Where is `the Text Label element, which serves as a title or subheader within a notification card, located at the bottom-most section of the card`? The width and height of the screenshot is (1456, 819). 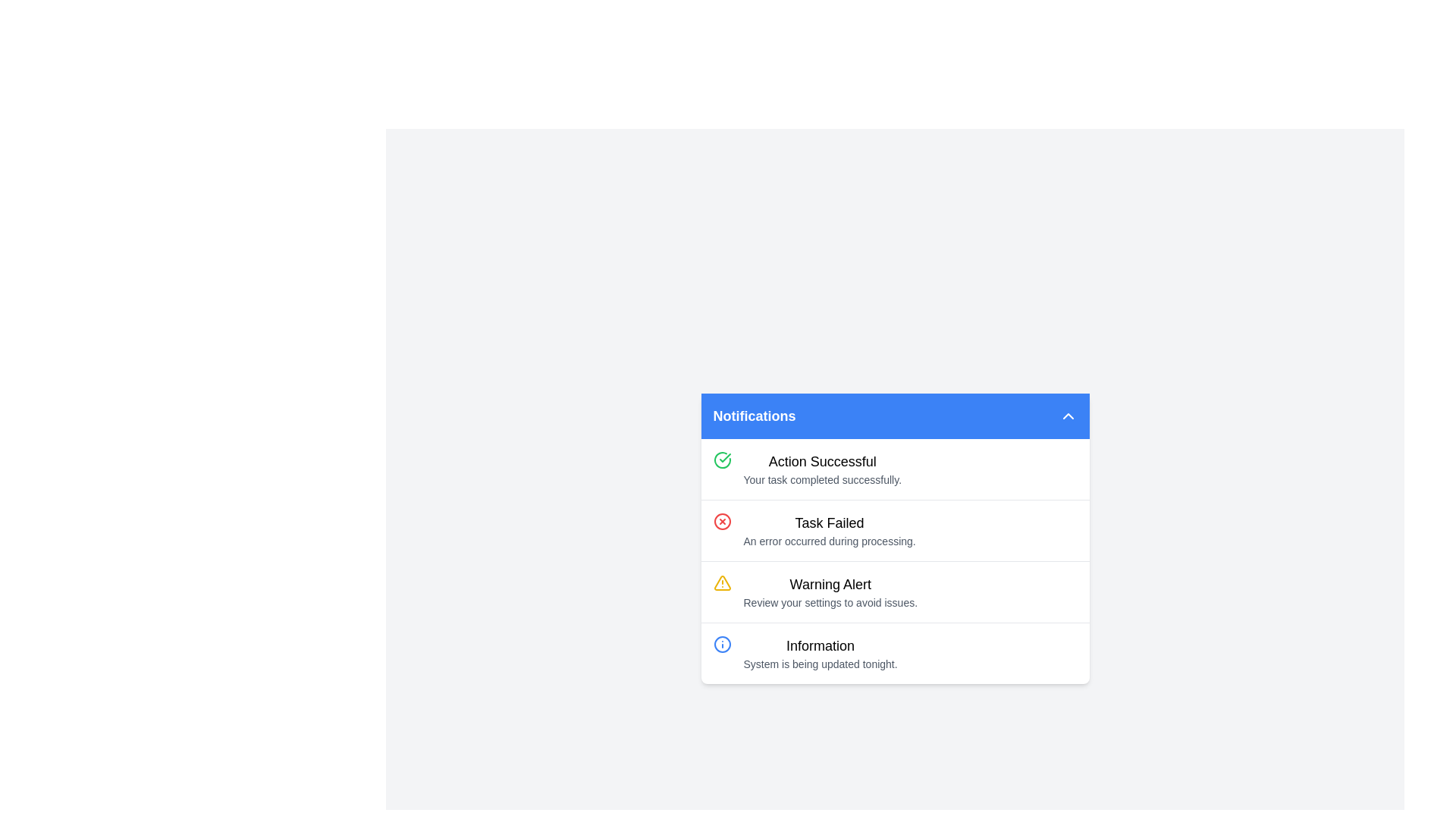 the Text Label element, which serves as a title or subheader within a notification card, located at the bottom-most section of the card is located at coordinates (820, 645).